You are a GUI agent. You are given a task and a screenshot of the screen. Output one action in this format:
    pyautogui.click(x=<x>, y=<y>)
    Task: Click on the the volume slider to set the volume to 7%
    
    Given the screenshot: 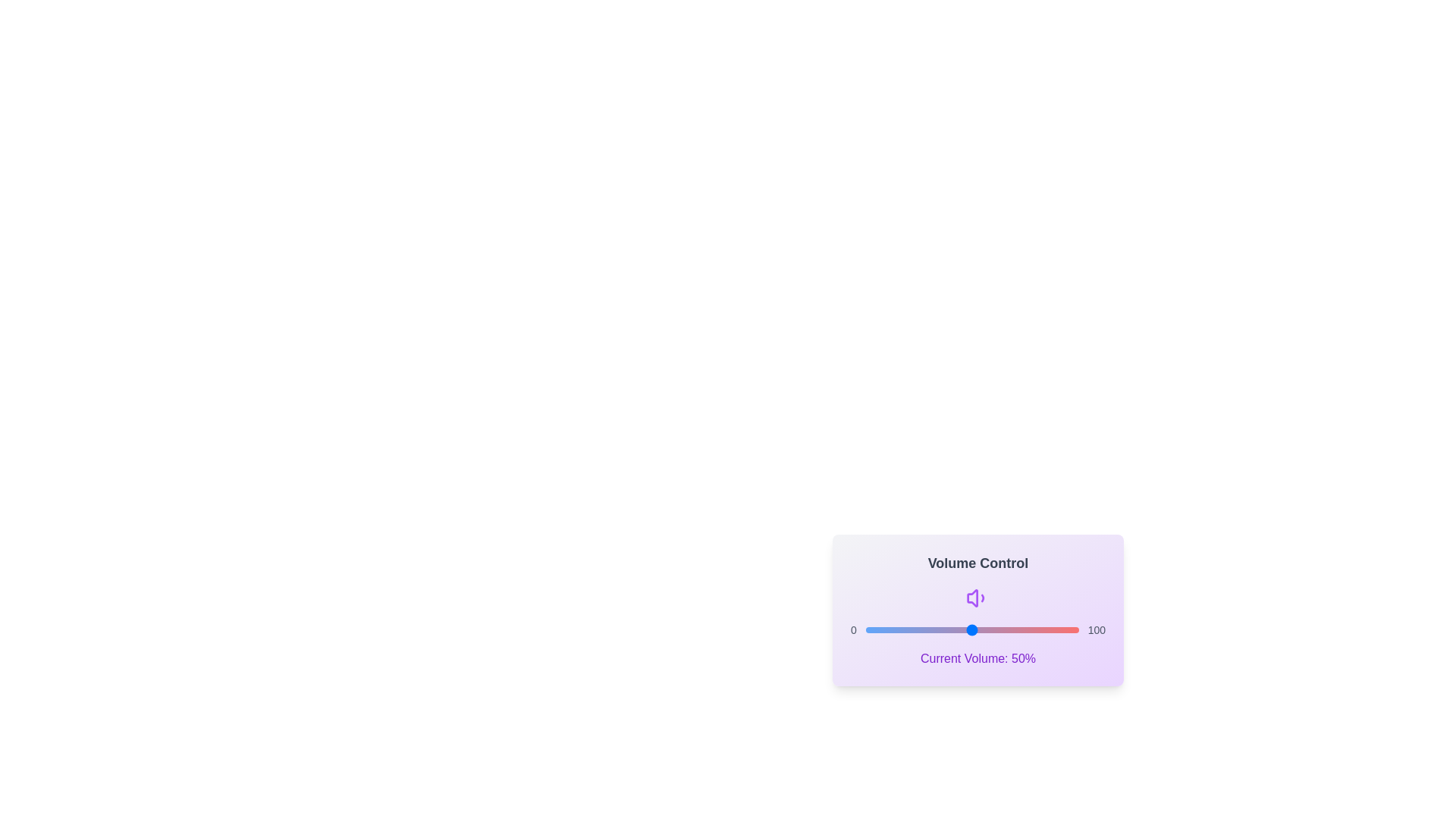 What is the action you would take?
    pyautogui.click(x=880, y=629)
    